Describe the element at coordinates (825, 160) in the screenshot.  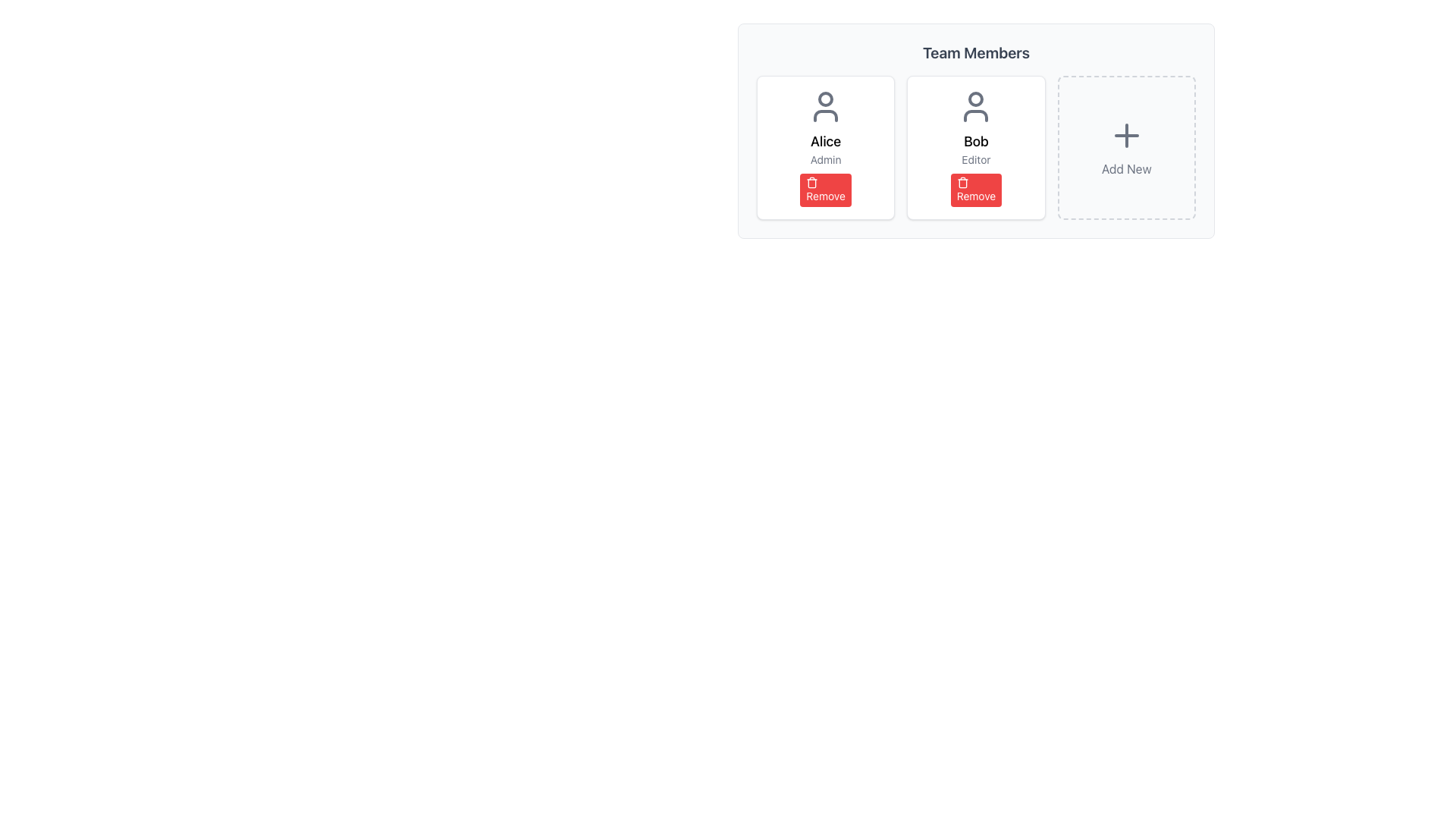
I see `the text label reading 'Admin' which is styled with a small font size and gray color, located below the 'Alice' label in the team member card` at that location.